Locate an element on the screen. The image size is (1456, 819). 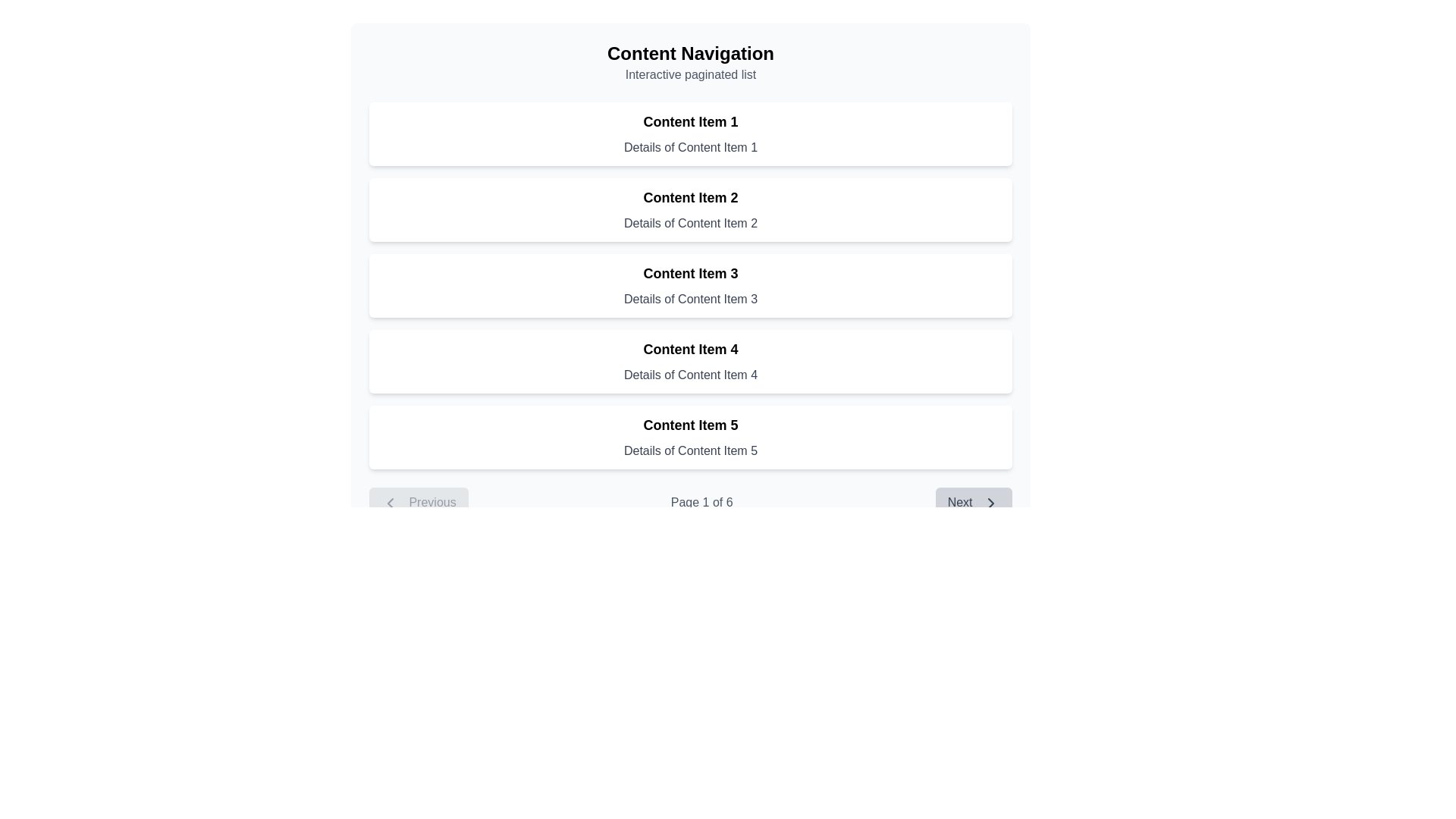
the text label displaying 'Details of Content Item 3' located directly under the bold title 'Content Item 3' within the third content card is located at coordinates (690, 299).